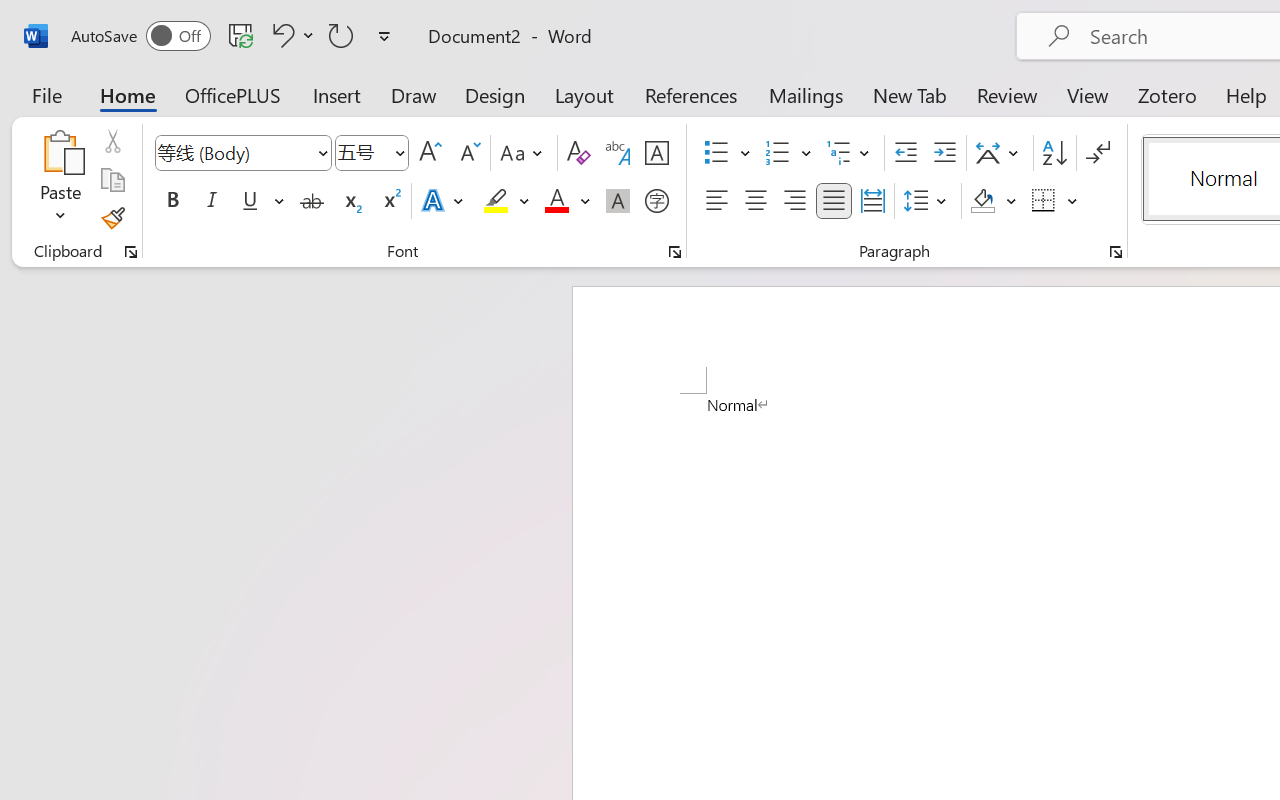 This screenshot has height=800, width=1280. I want to click on 'Home', so click(127, 94).